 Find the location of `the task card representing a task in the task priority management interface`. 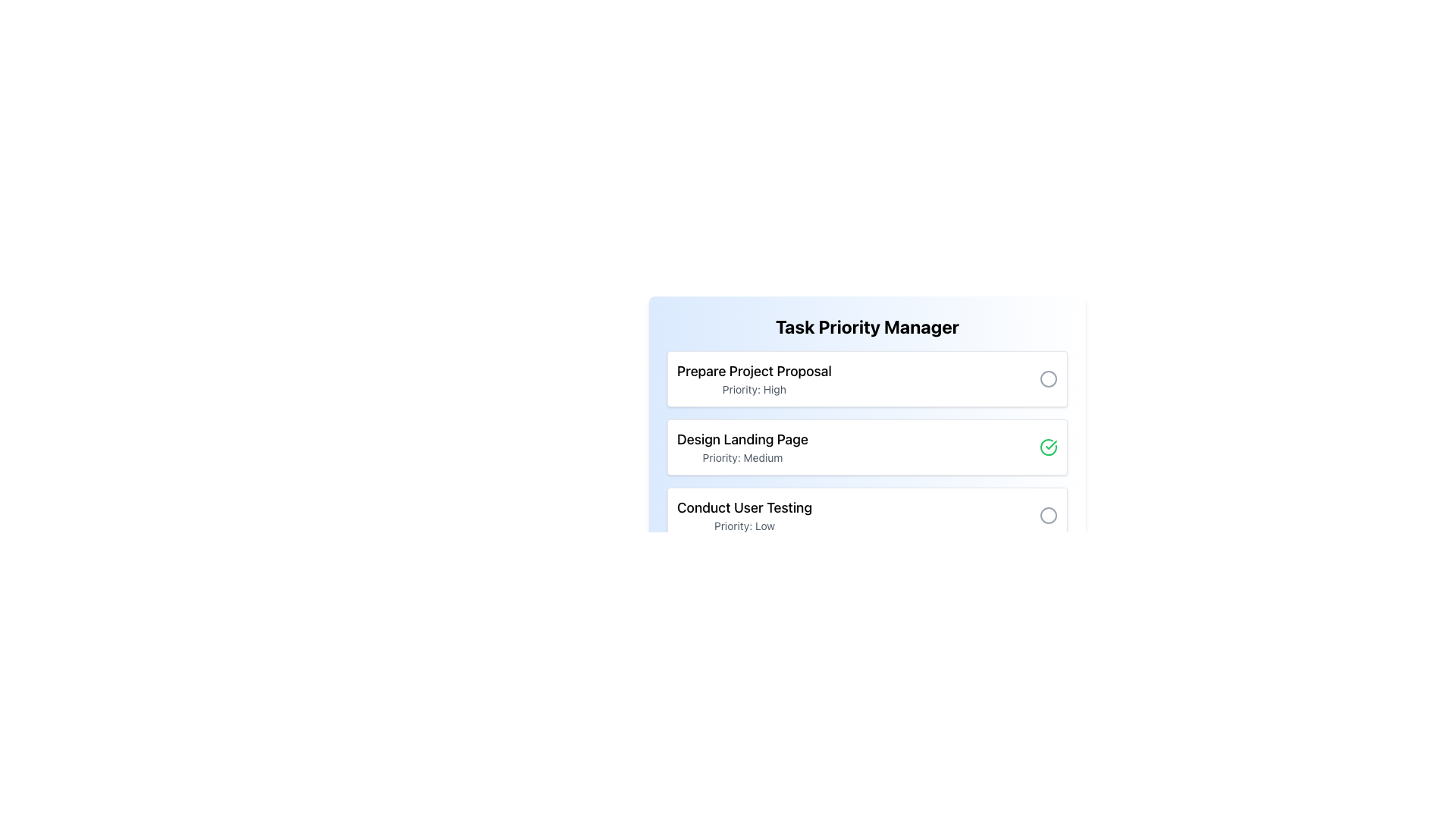

the task card representing a task in the task priority management interface is located at coordinates (867, 378).